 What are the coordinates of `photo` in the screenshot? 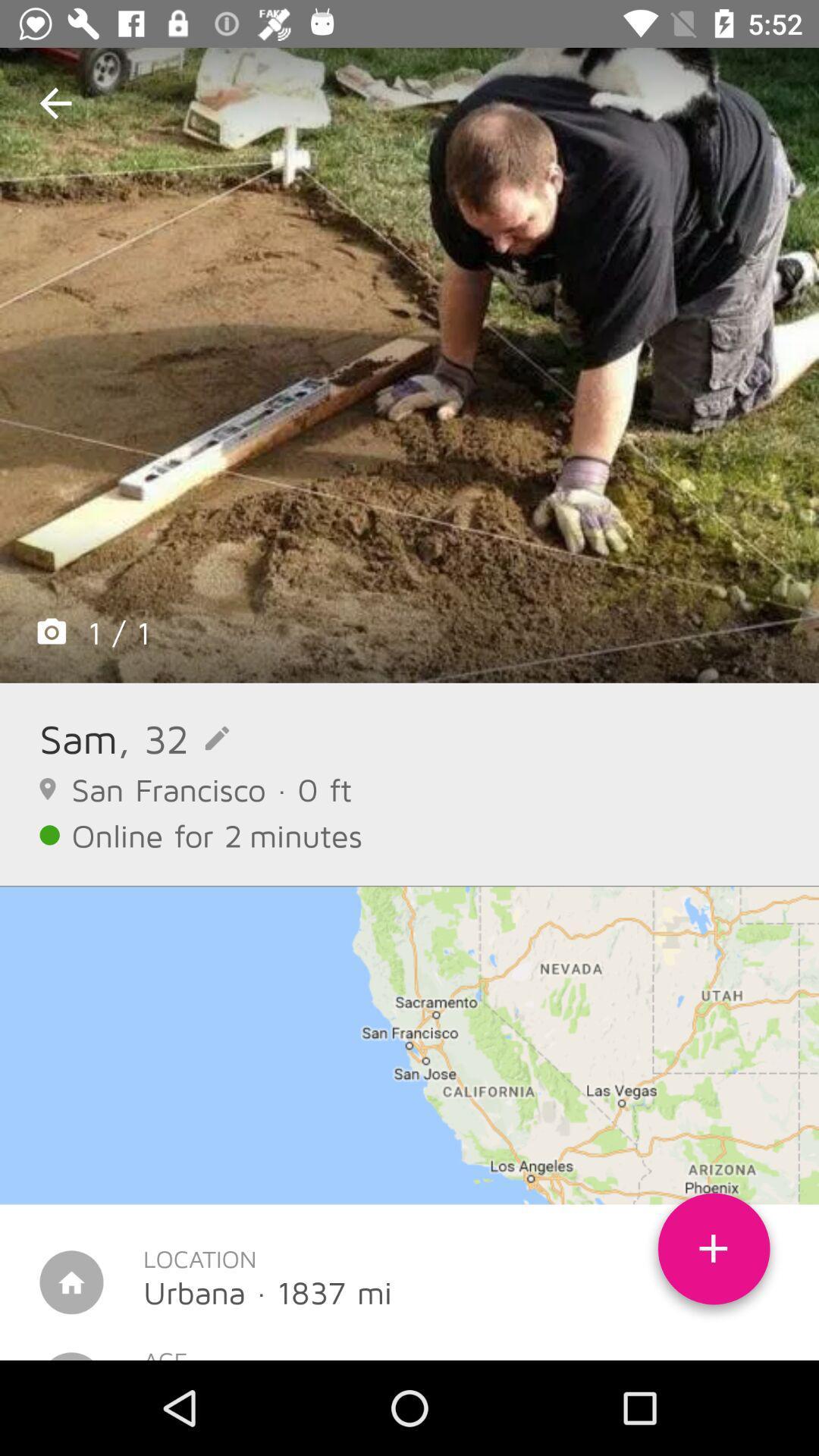 It's located at (409, 365).